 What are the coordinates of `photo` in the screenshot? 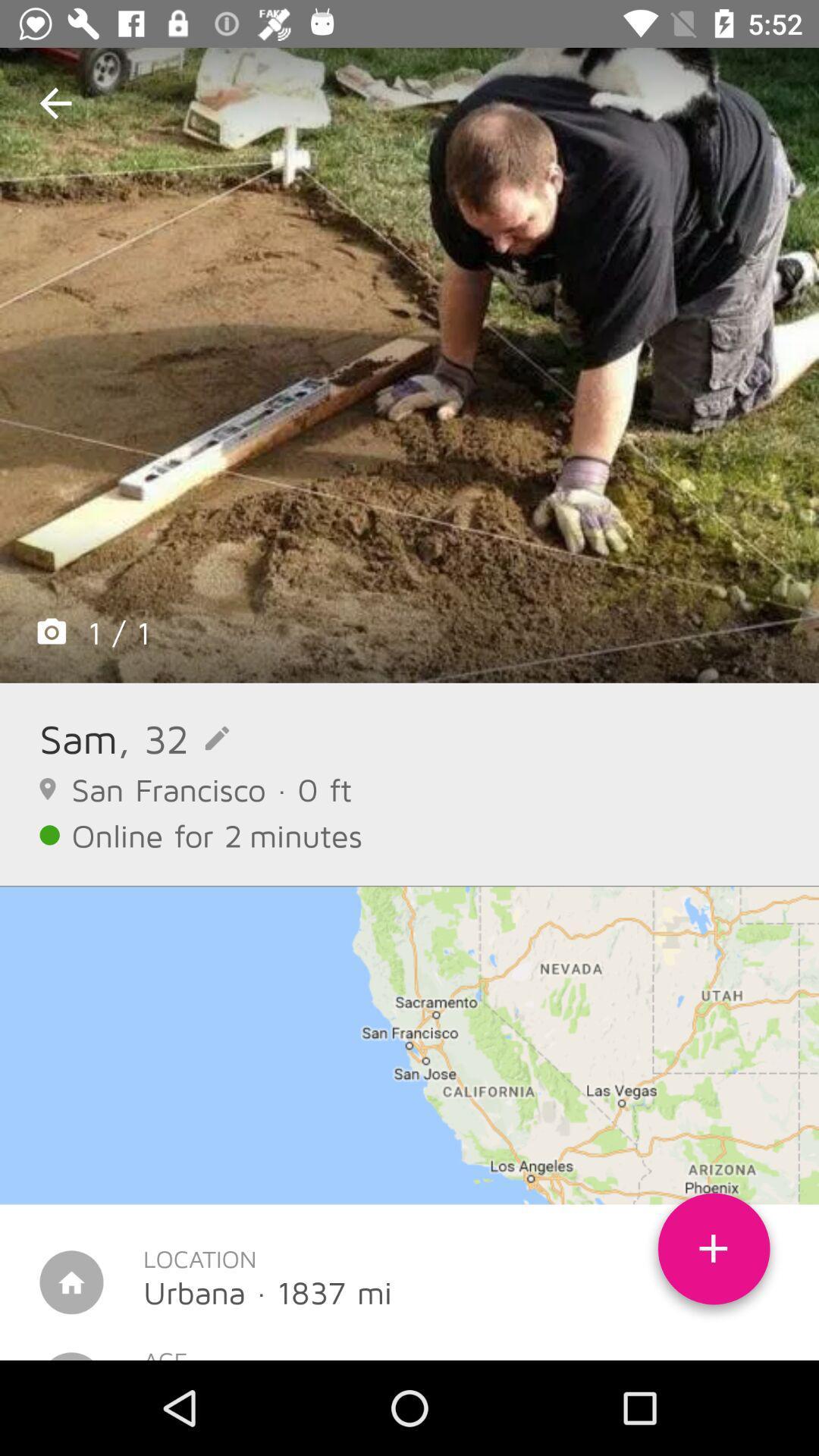 It's located at (409, 365).